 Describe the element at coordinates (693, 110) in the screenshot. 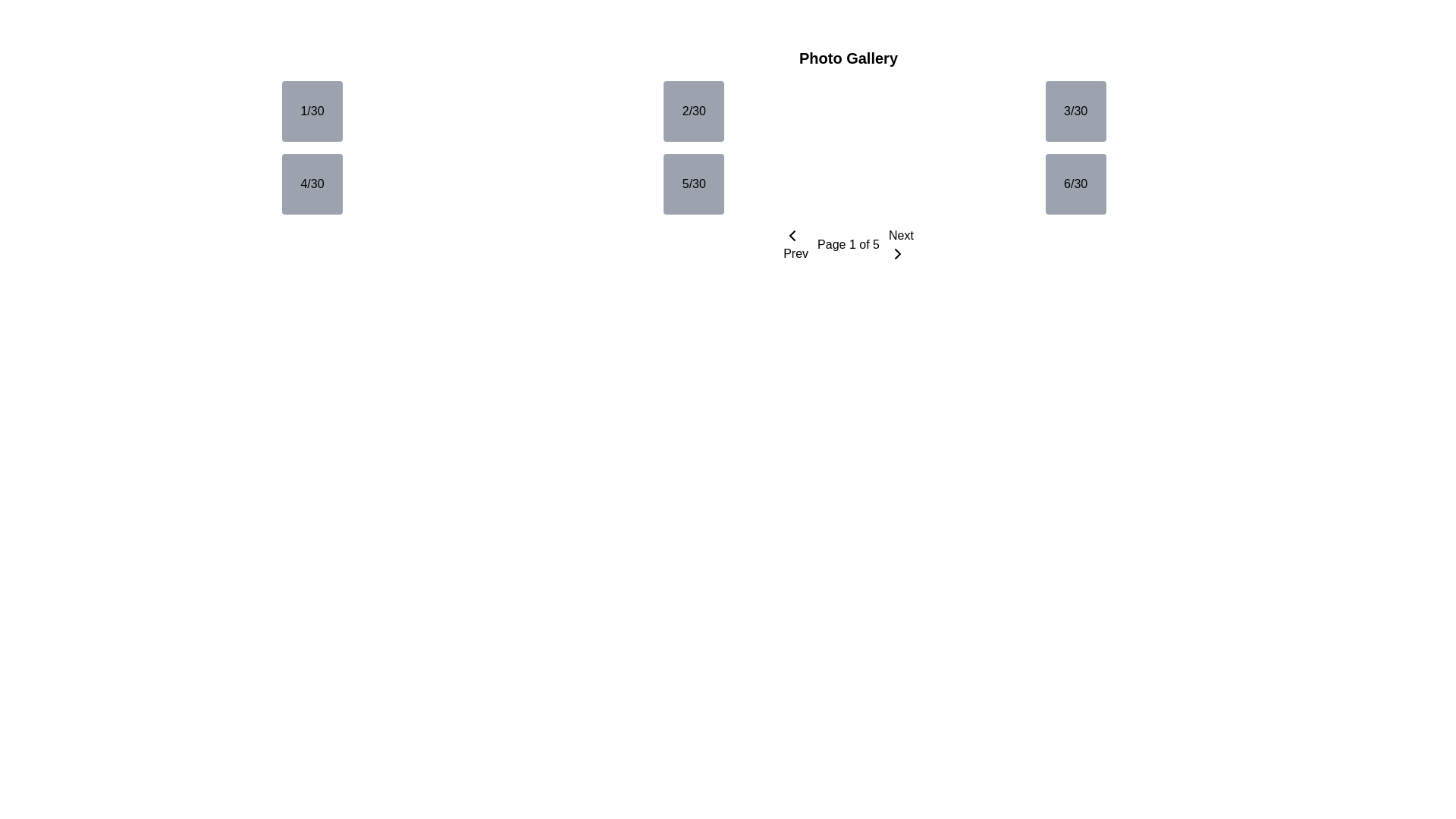

I see `the medium-gray square-shaped display label or indicator containing the text '2/30', positioned in the first row and second column of the grid under the 'Photo Gallery' header` at that location.